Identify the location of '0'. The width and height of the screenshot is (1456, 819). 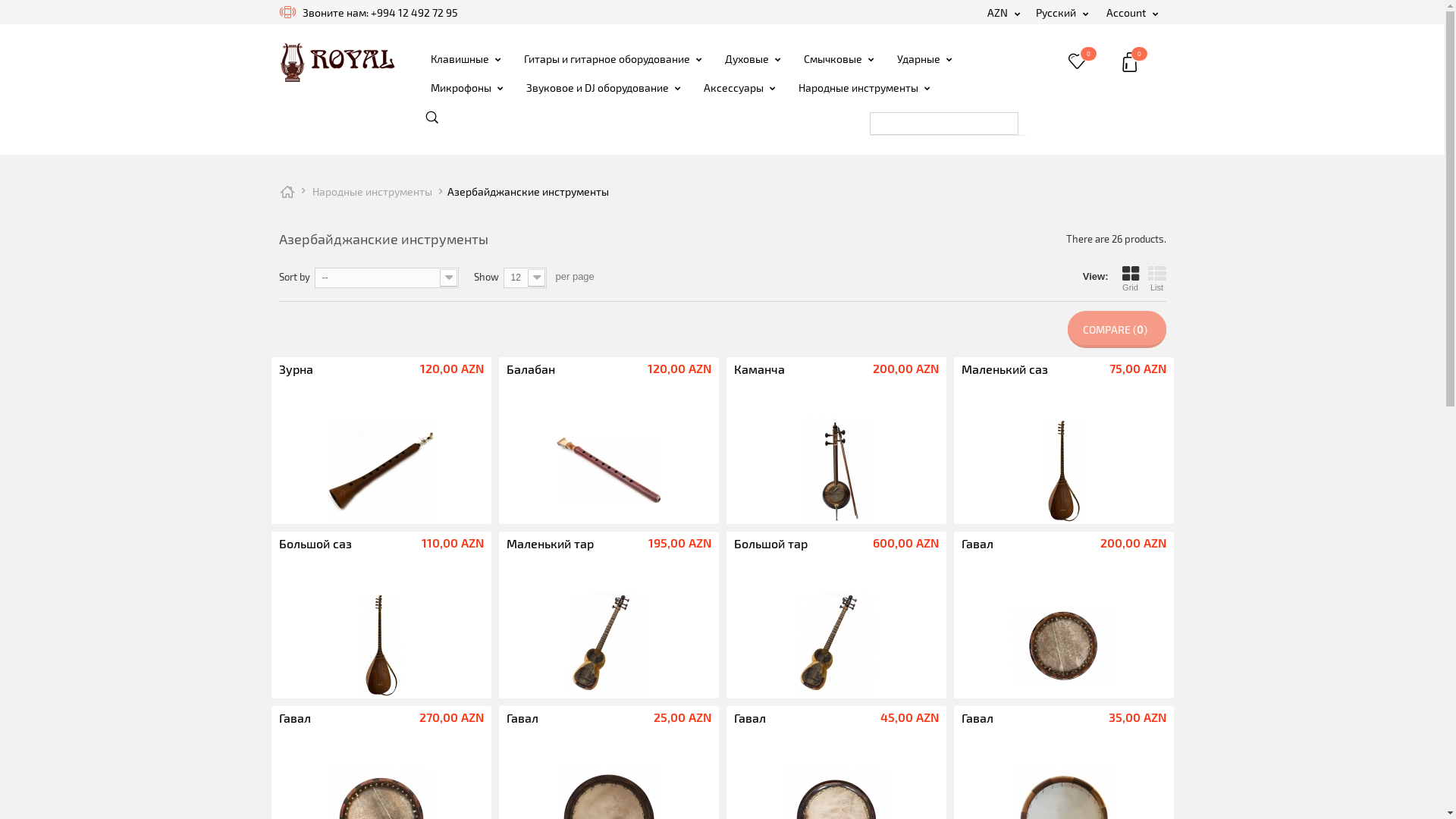
(1093, 58).